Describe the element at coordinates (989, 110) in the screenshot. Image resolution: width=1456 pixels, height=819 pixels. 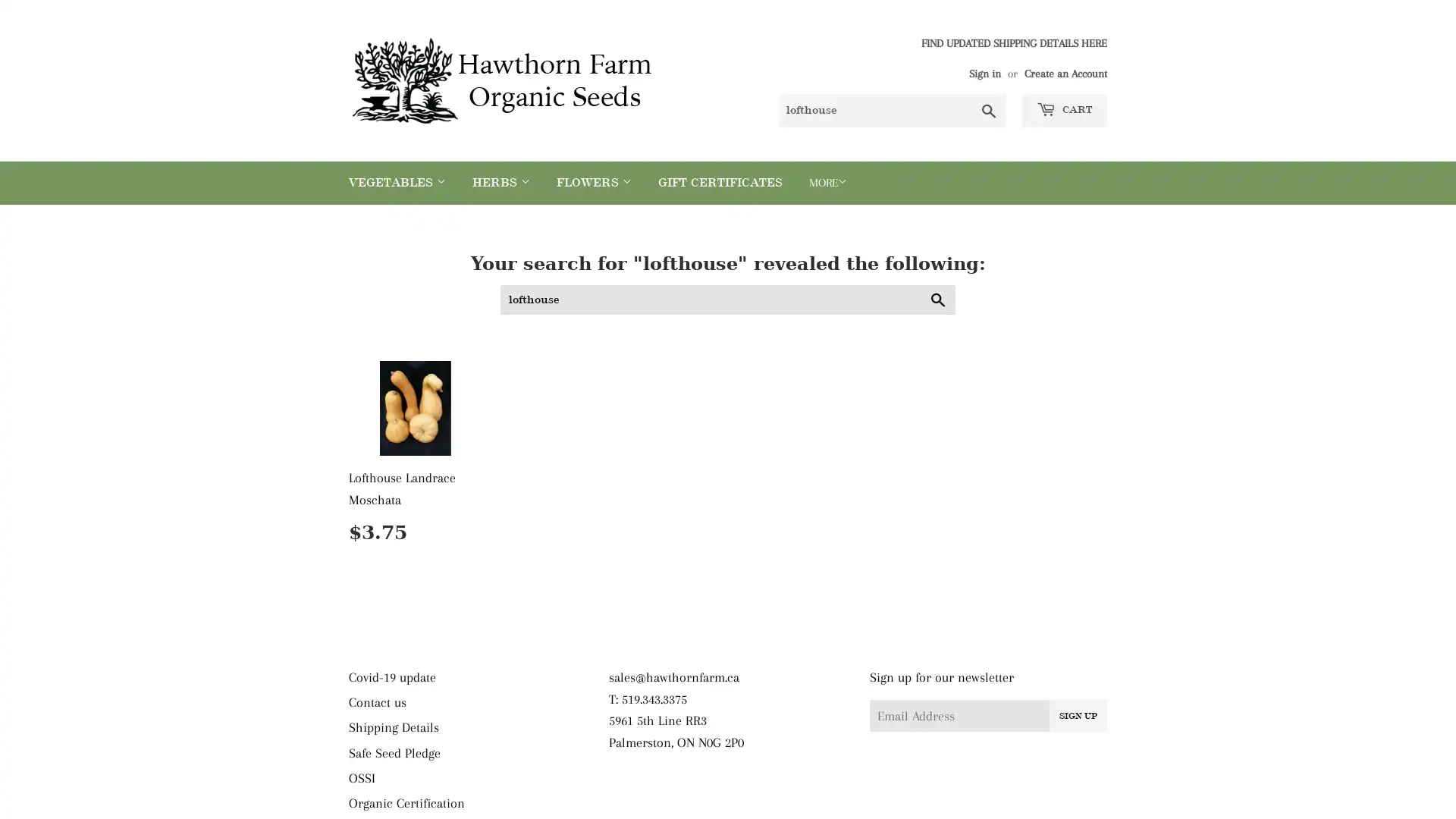
I see `Search` at that location.